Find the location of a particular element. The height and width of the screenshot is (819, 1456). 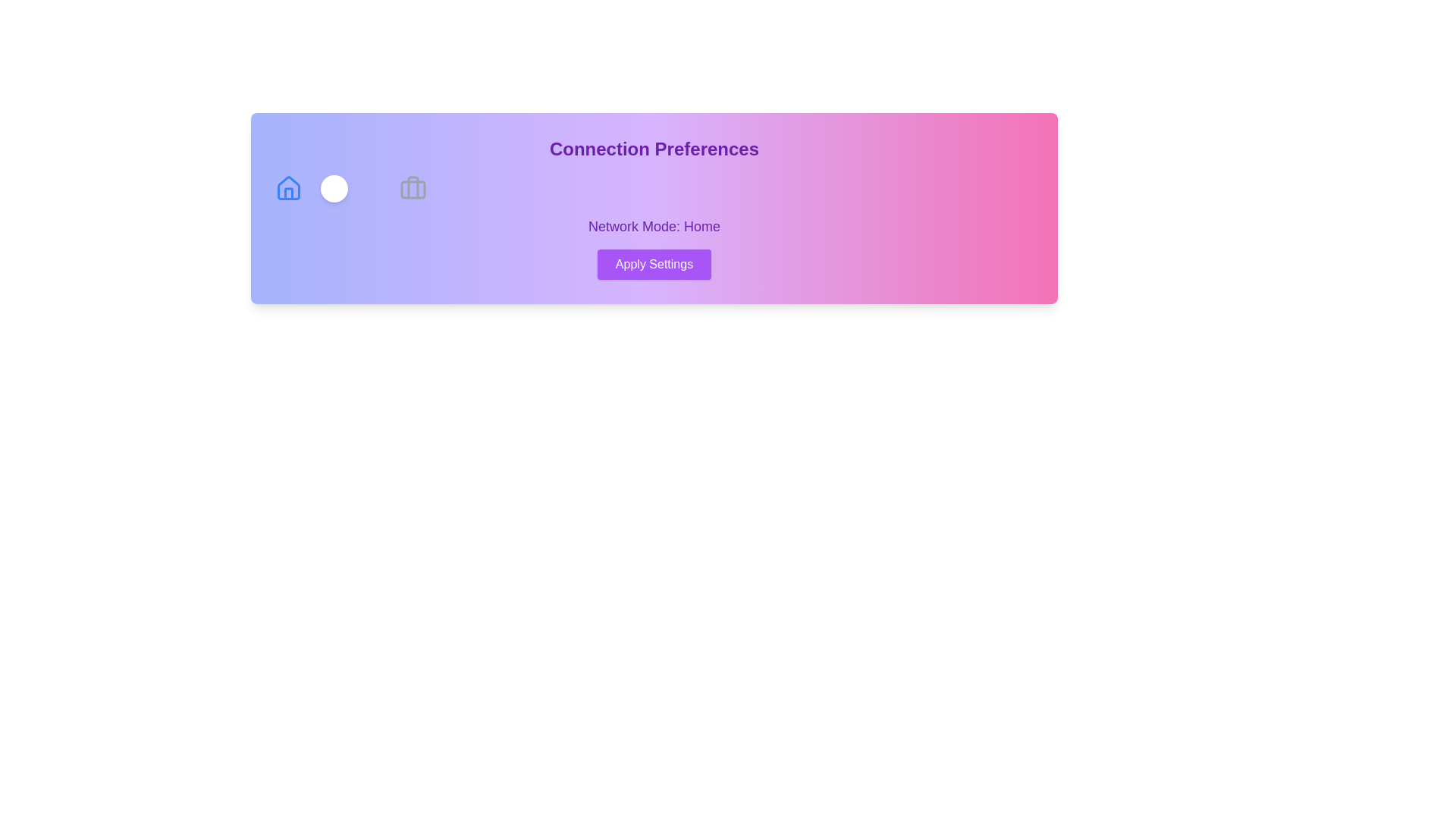

the 'Network Mode: Home' text to focus or select it is located at coordinates (654, 227).